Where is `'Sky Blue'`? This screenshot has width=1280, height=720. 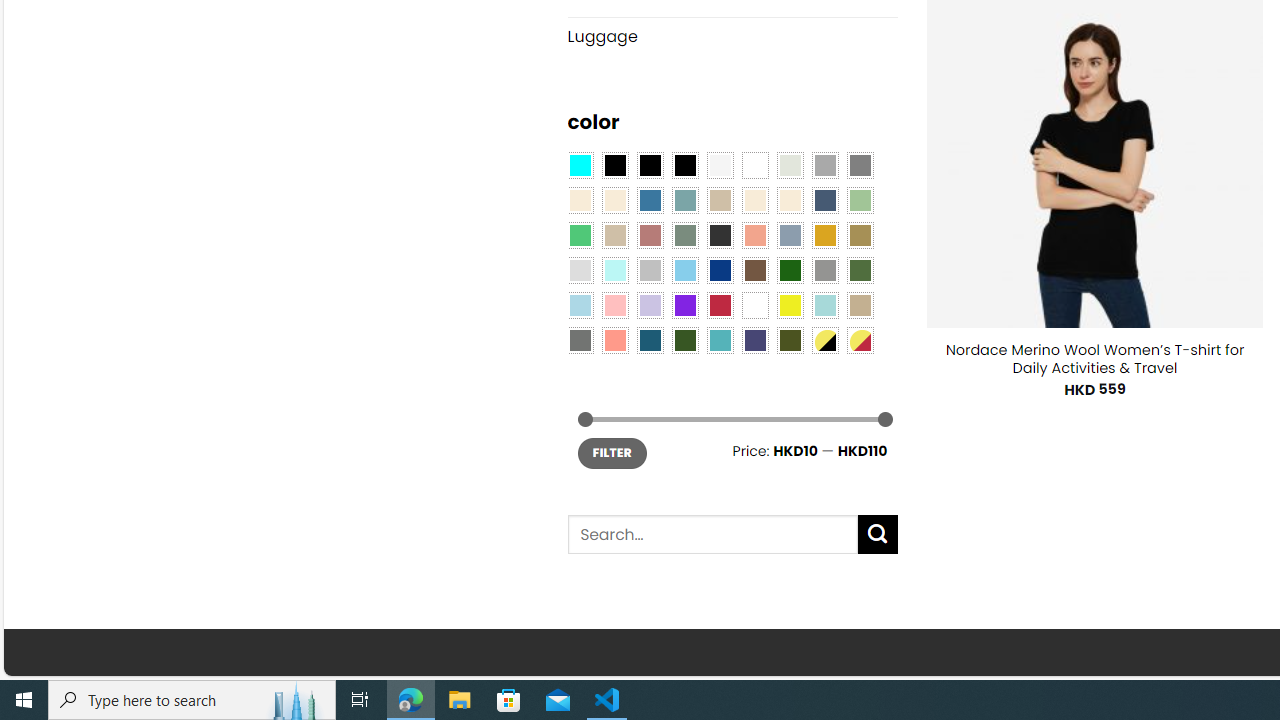 'Sky Blue' is located at coordinates (684, 270).